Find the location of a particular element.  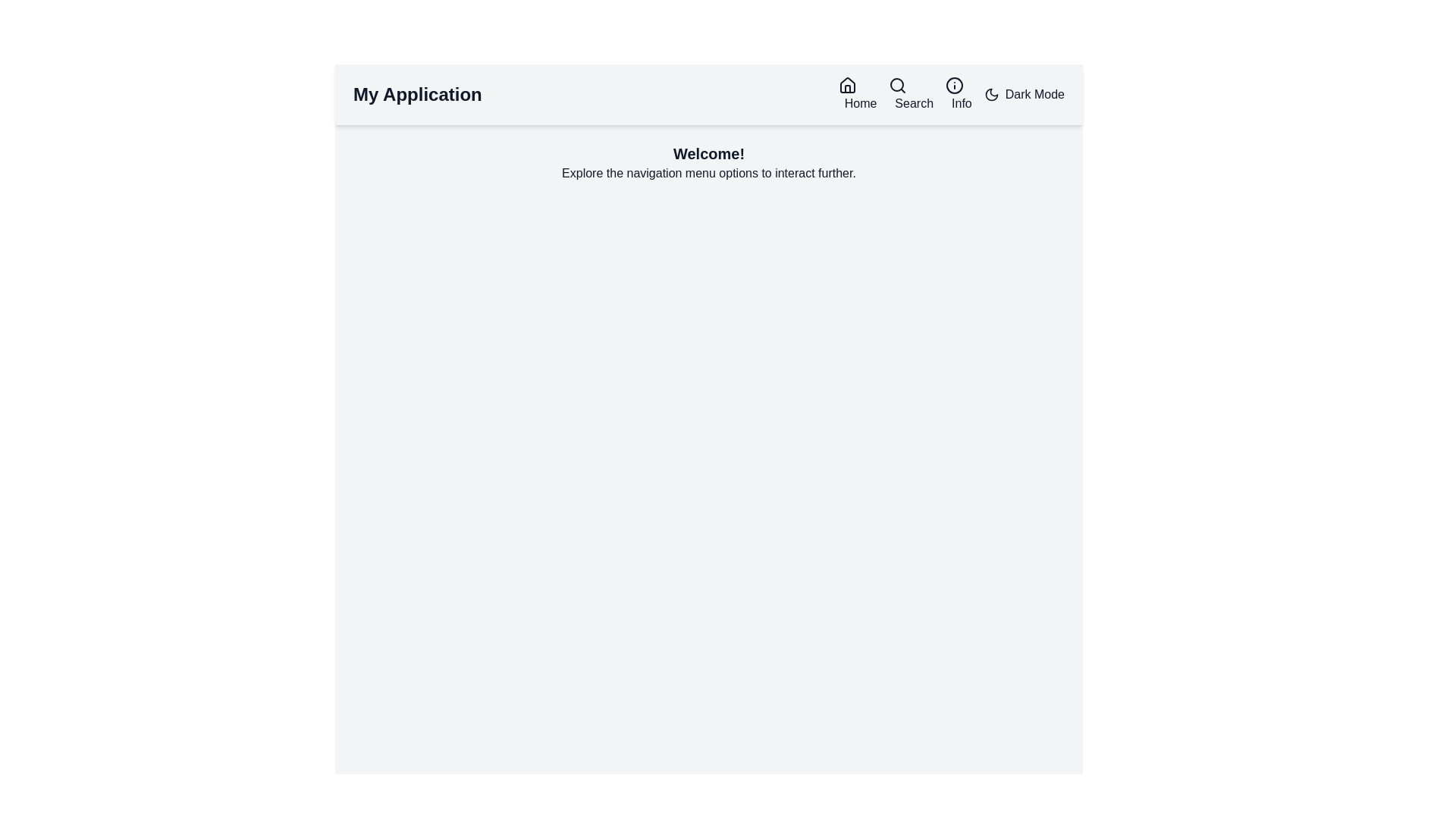

the house icon in the navigation bar is located at coordinates (846, 85).